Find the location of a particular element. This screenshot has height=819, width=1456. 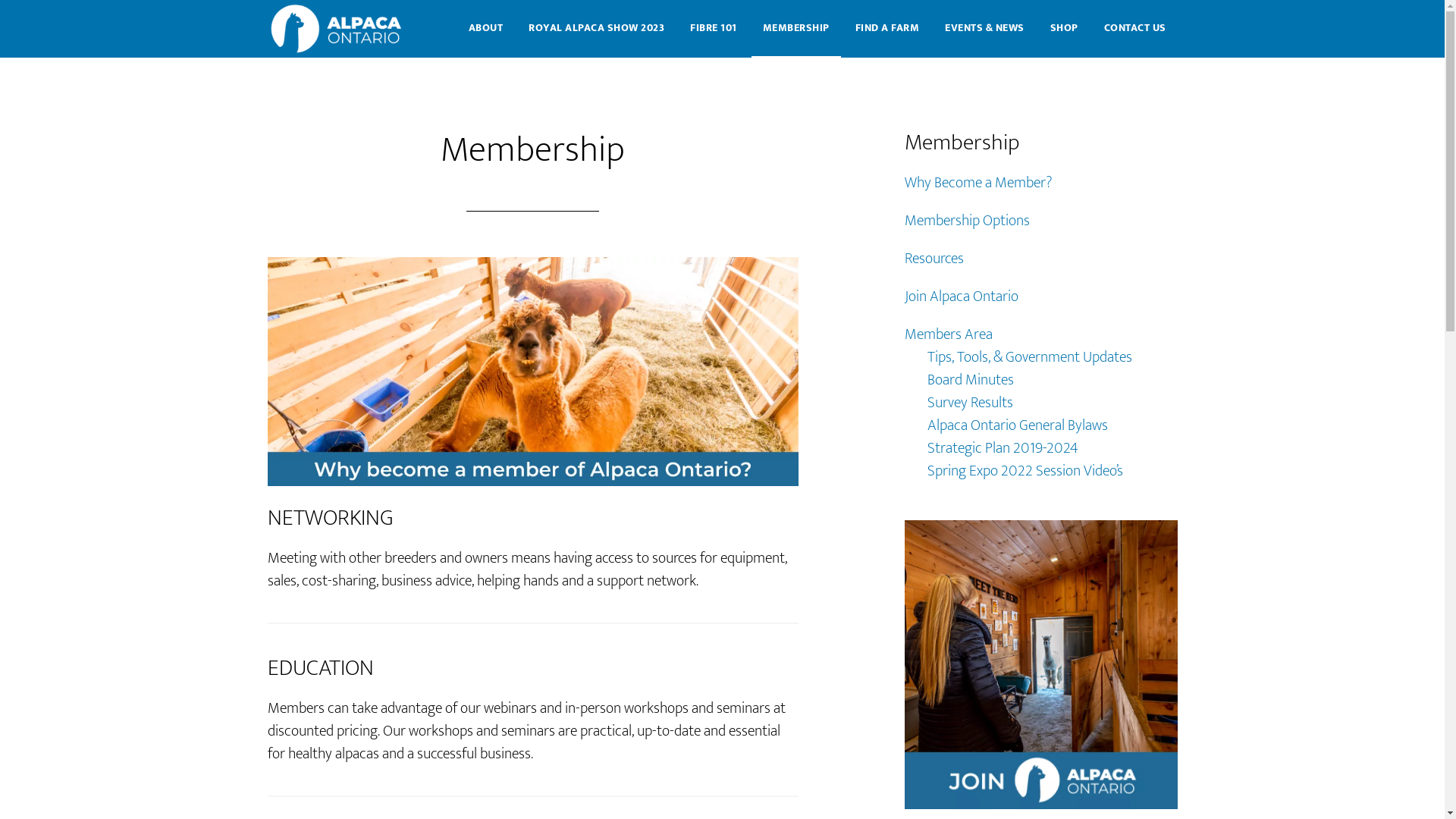

'ABOUT' is located at coordinates (484, 29).